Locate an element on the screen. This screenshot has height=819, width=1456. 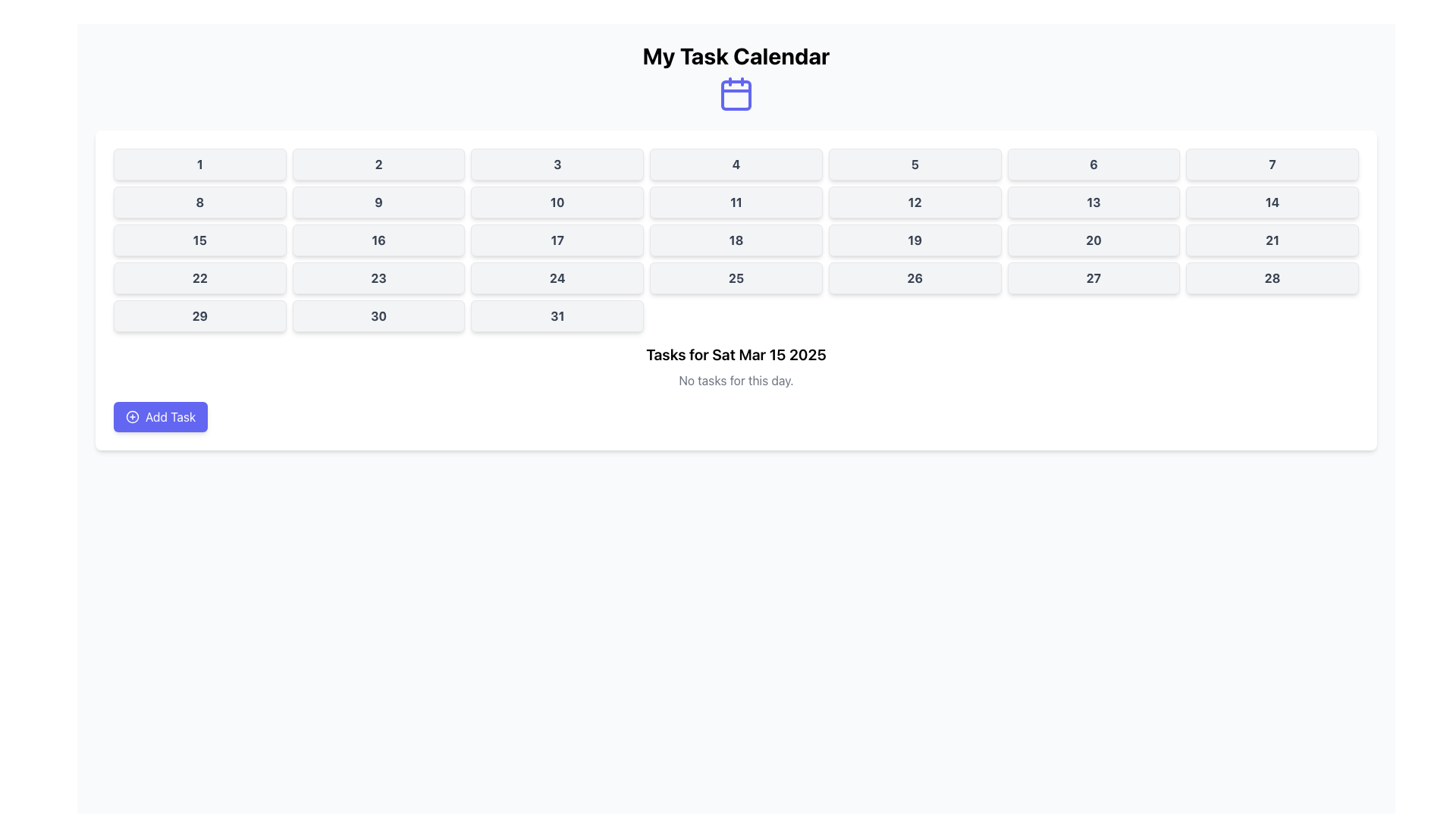
the button labeled '6' with a light gray background and bold dark gray text is located at coordinates (1094, 164).